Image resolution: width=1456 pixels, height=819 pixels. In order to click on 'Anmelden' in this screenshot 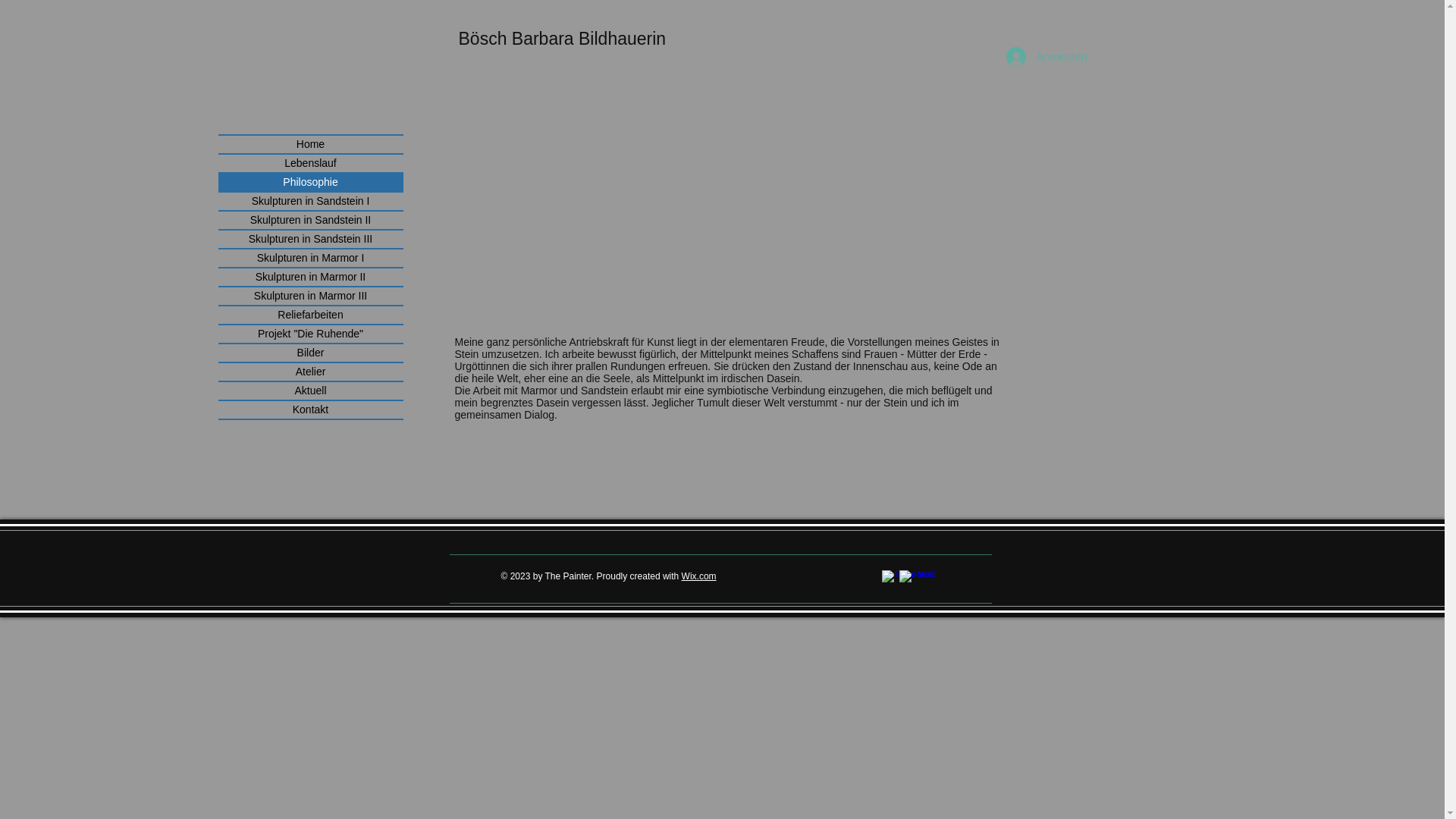, I will do `click(1040, 55)`.